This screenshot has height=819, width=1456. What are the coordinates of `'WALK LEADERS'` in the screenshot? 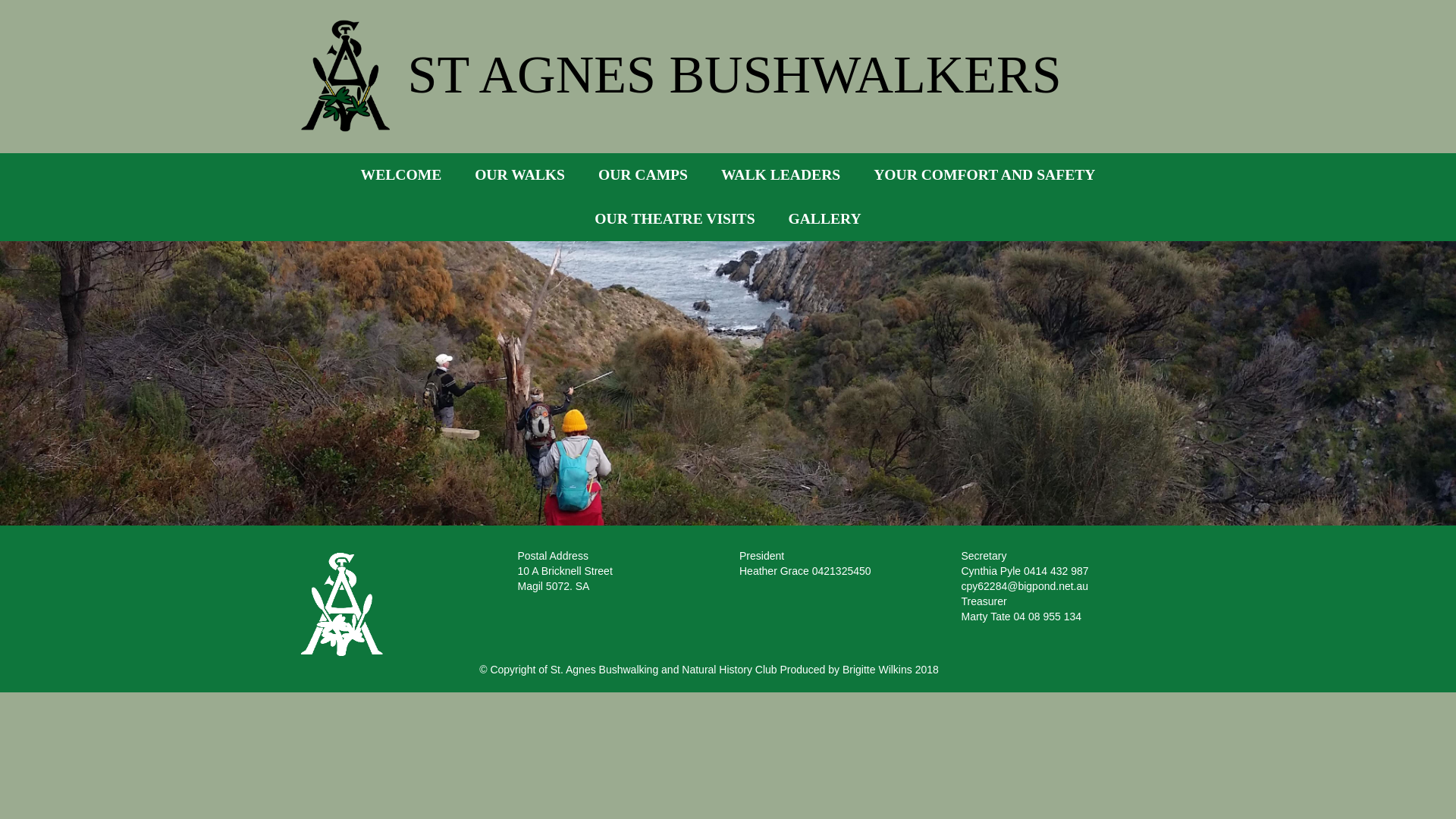 It's located at (780, 174).